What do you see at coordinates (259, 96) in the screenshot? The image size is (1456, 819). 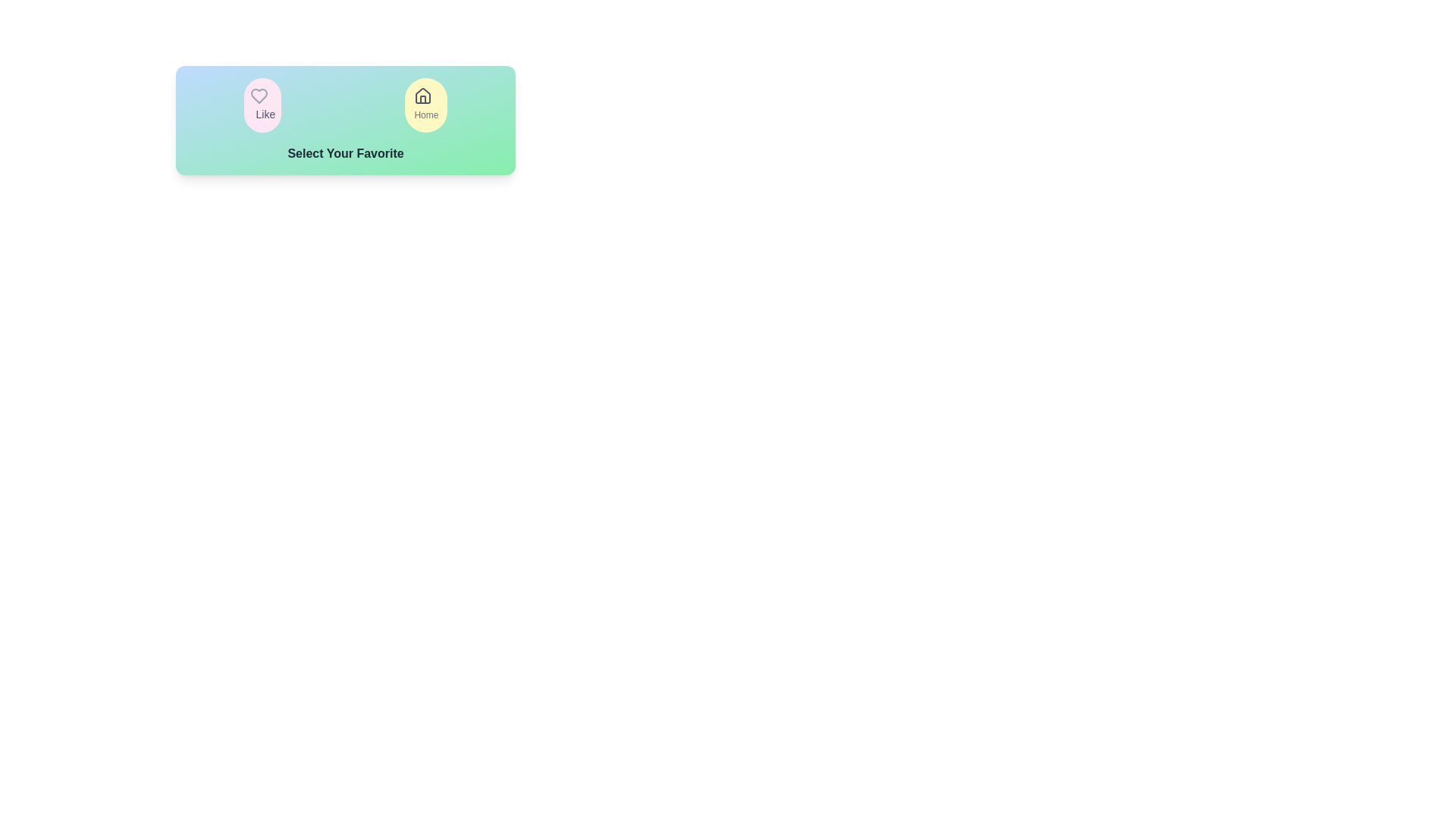 I see `the heart-shaped icon with a gray outline and transparent fill, located within a rounded pink-circular background, positioned above the 'Like' label` at bounding box center [259, 96].